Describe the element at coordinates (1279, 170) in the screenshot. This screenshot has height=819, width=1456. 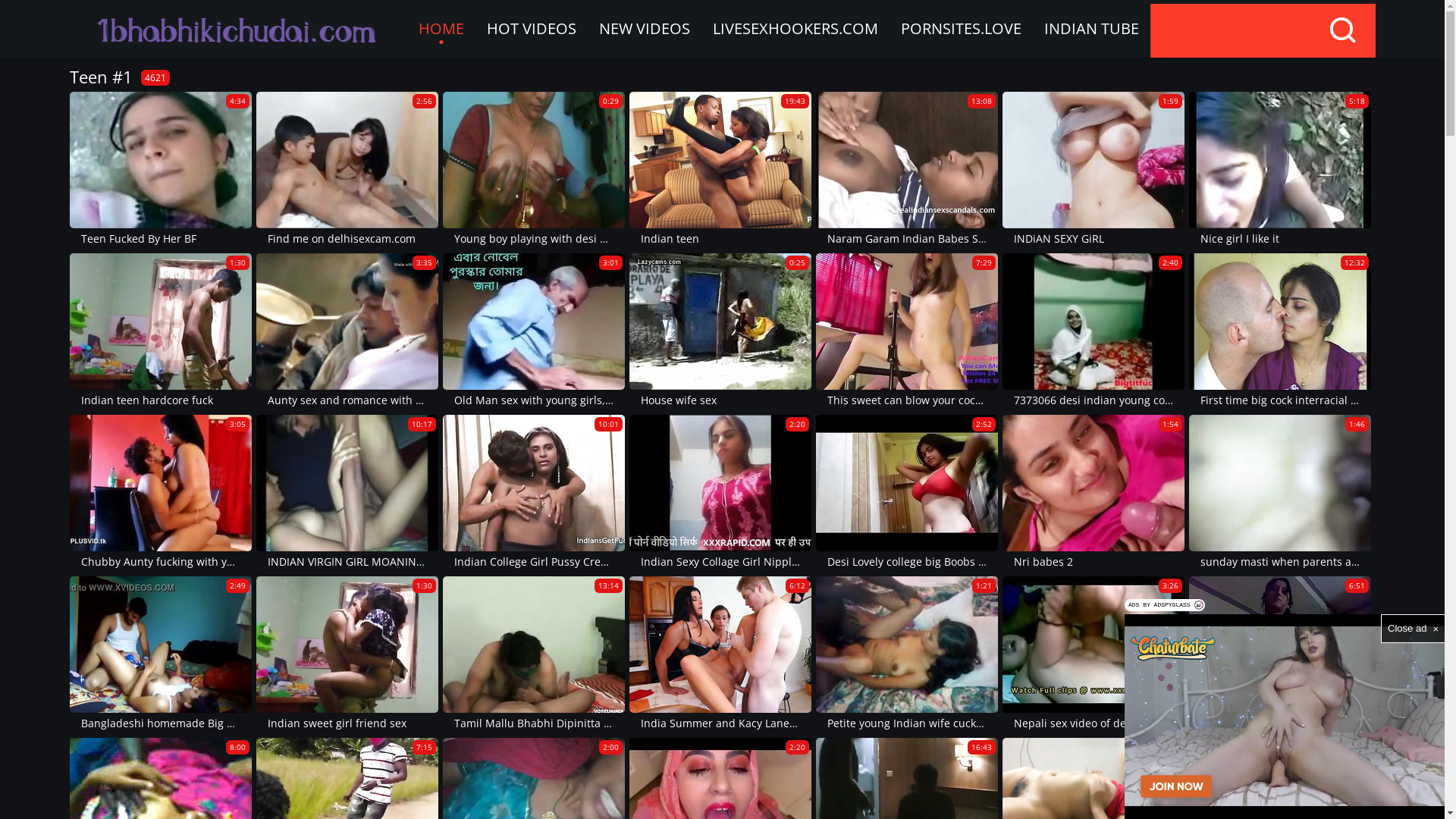
I see `'5:18` at that location.